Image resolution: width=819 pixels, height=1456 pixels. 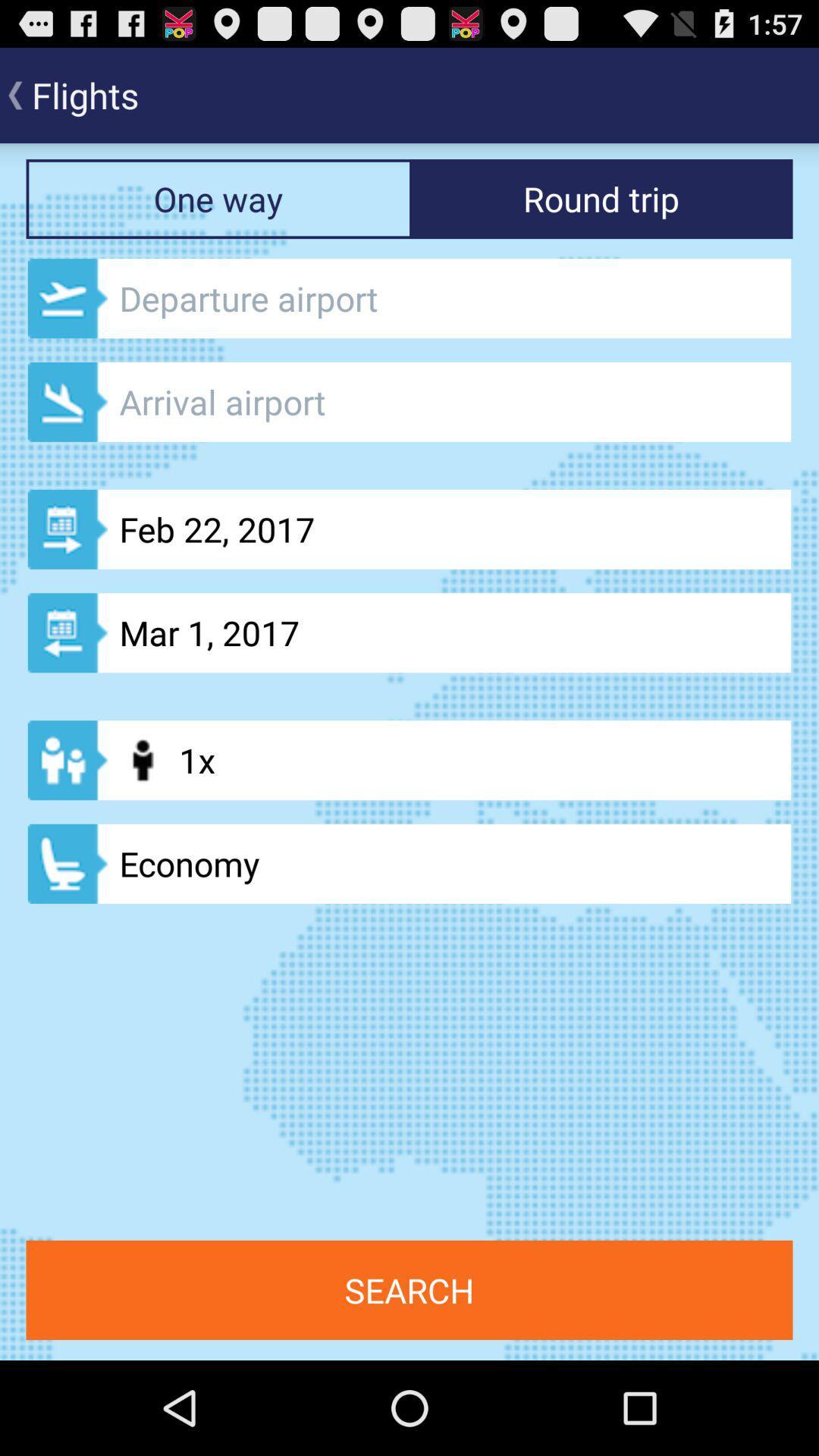 I want to click on the arrival airport, so click(x=409, y=402).